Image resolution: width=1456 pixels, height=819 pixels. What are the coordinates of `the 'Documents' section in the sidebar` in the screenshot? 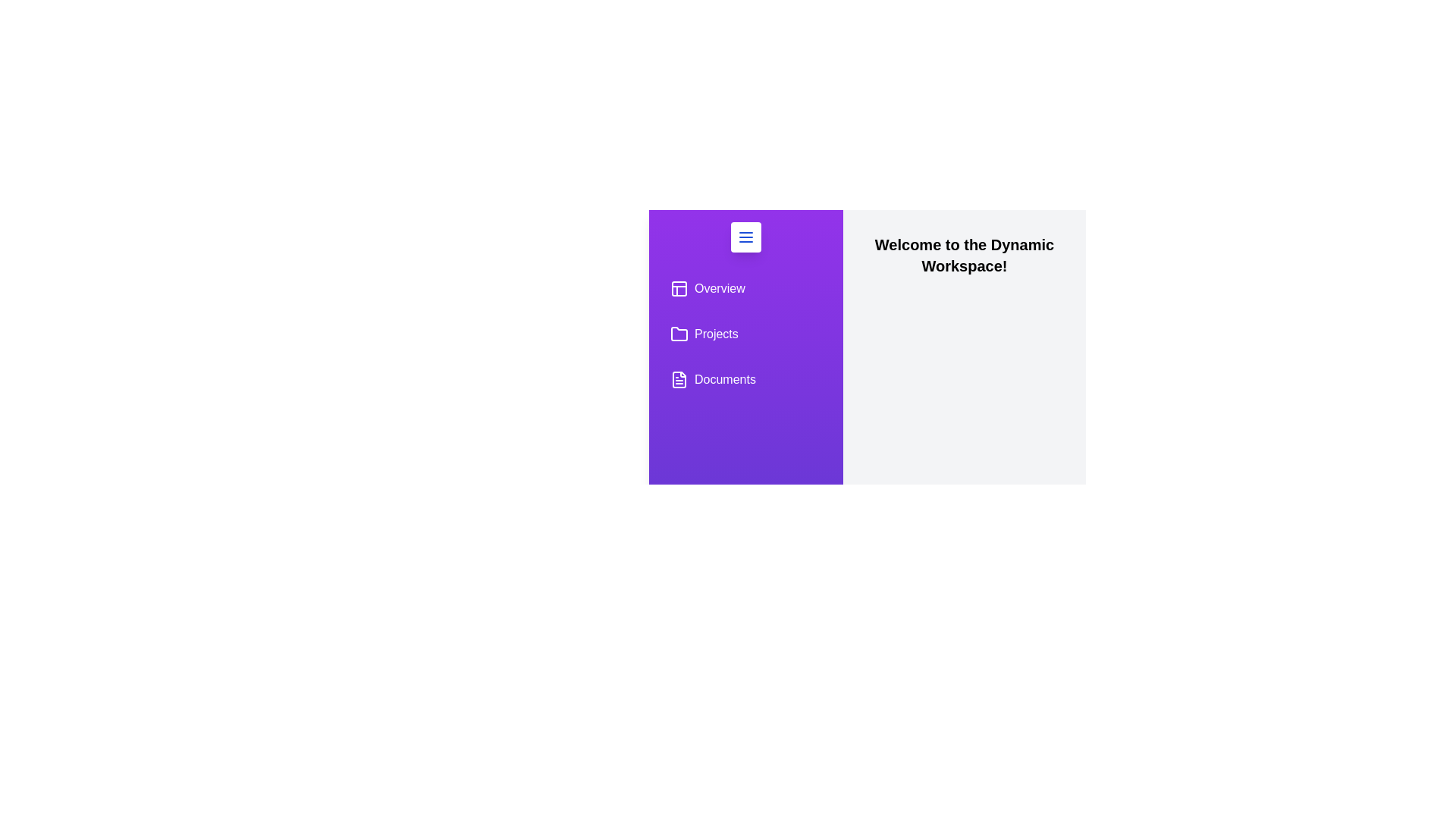 It's located at (745, 379).